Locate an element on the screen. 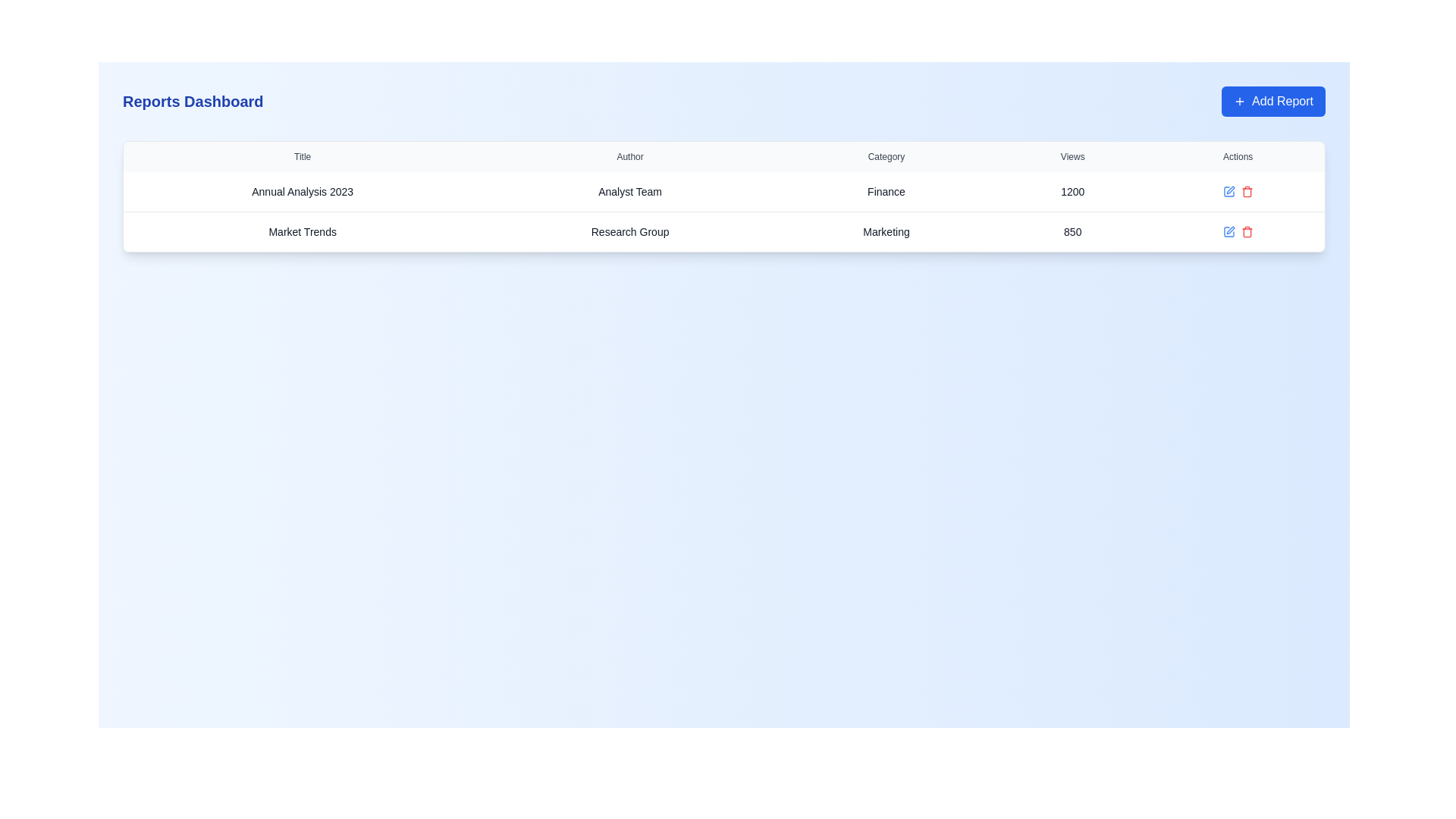  the 'Research Group' text block in the second column of the second row of the table to explore more details is located at coordinates (630, 231).